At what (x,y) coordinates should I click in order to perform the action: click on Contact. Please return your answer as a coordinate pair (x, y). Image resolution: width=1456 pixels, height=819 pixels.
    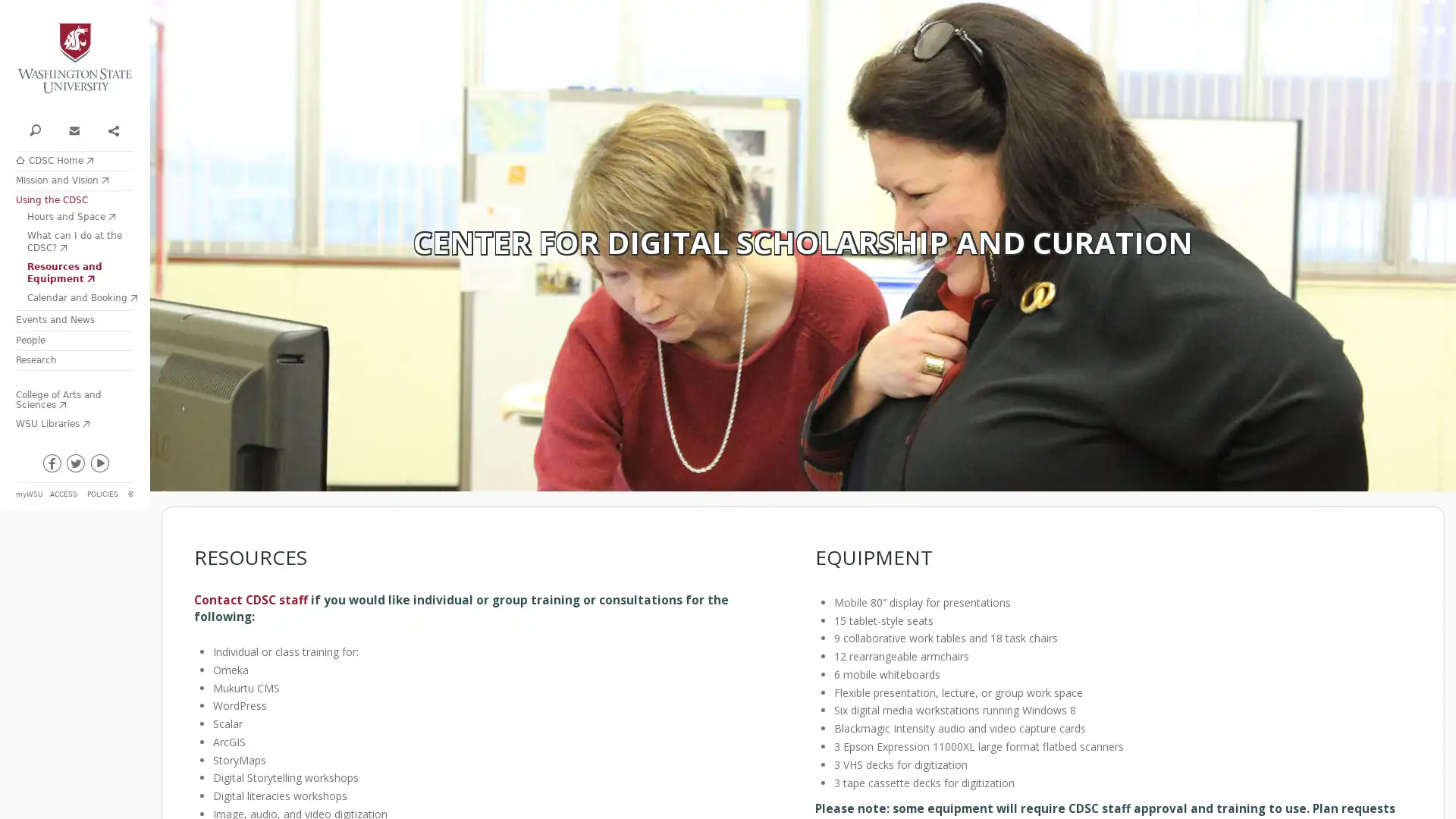
    Looking at the image, I should click on (73, 128).